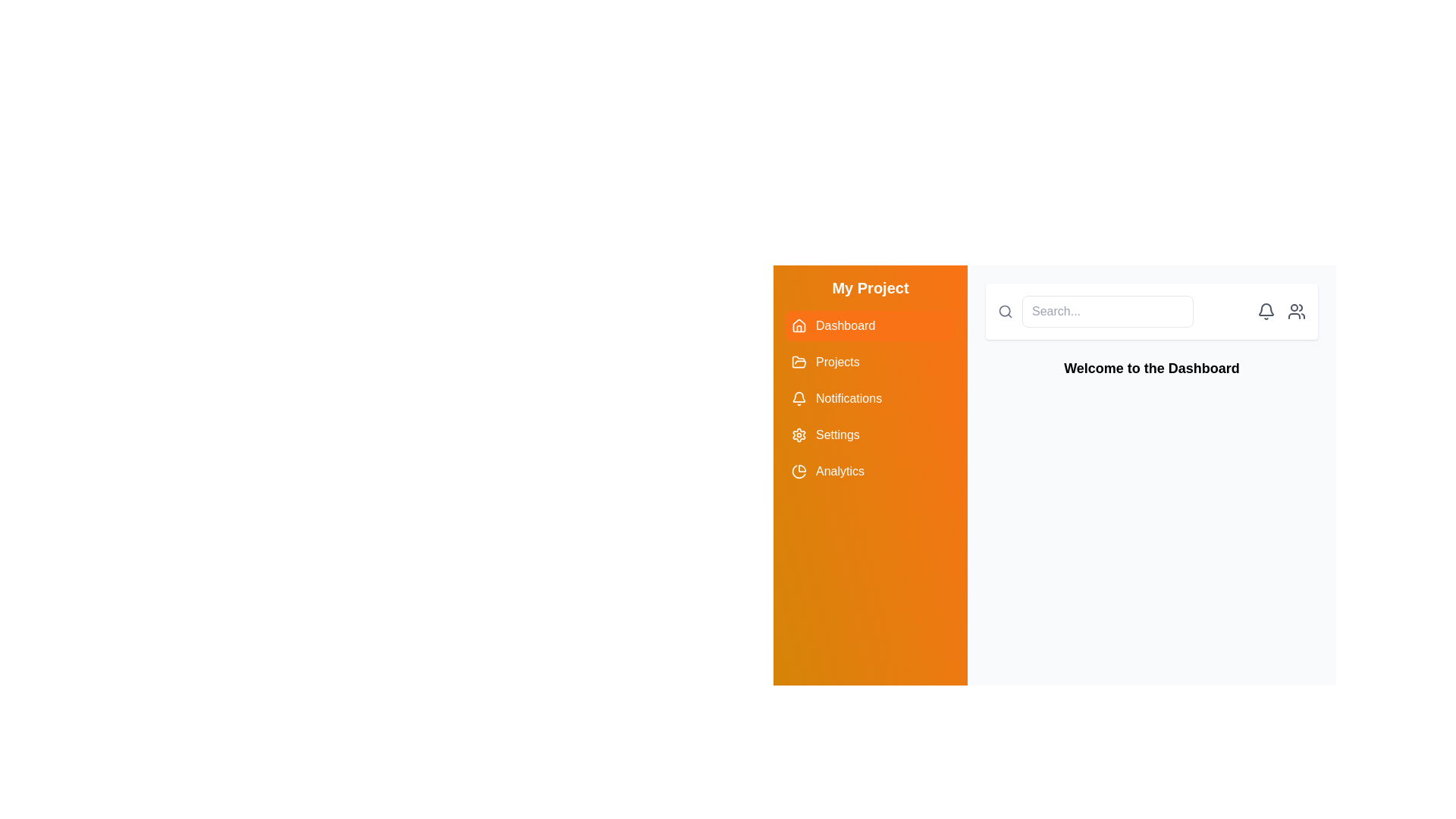  Describe the element at coordinates (870, 325) in the screenshot. I see `the orange 'Dashboard' button with a house icon on the left` at that location.